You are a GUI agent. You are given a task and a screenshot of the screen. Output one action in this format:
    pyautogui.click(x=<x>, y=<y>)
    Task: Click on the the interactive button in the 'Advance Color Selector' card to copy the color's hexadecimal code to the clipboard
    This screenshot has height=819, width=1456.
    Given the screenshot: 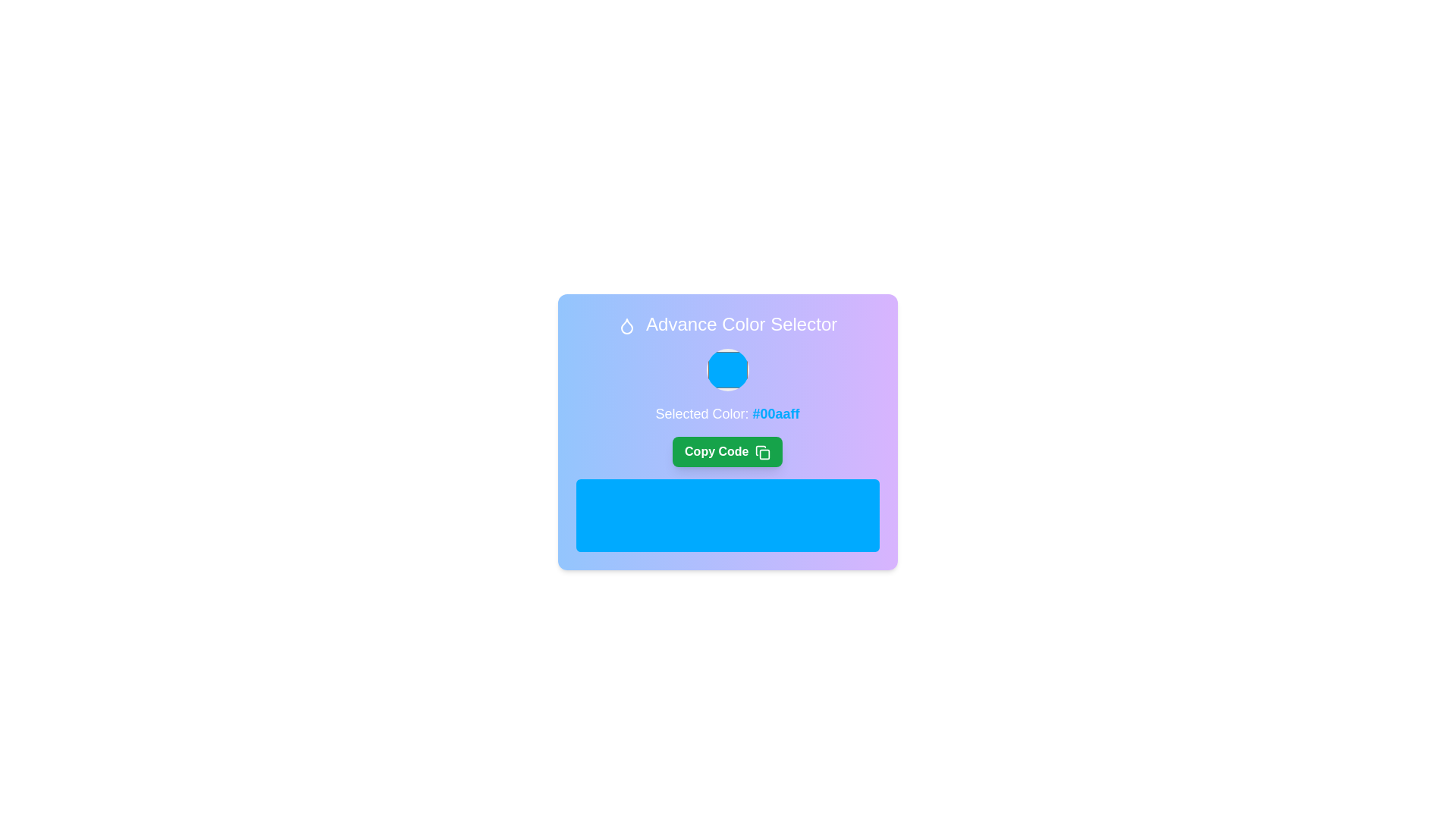 What is the action you would take?
    pyautogui.click(x=726, y=450)
    